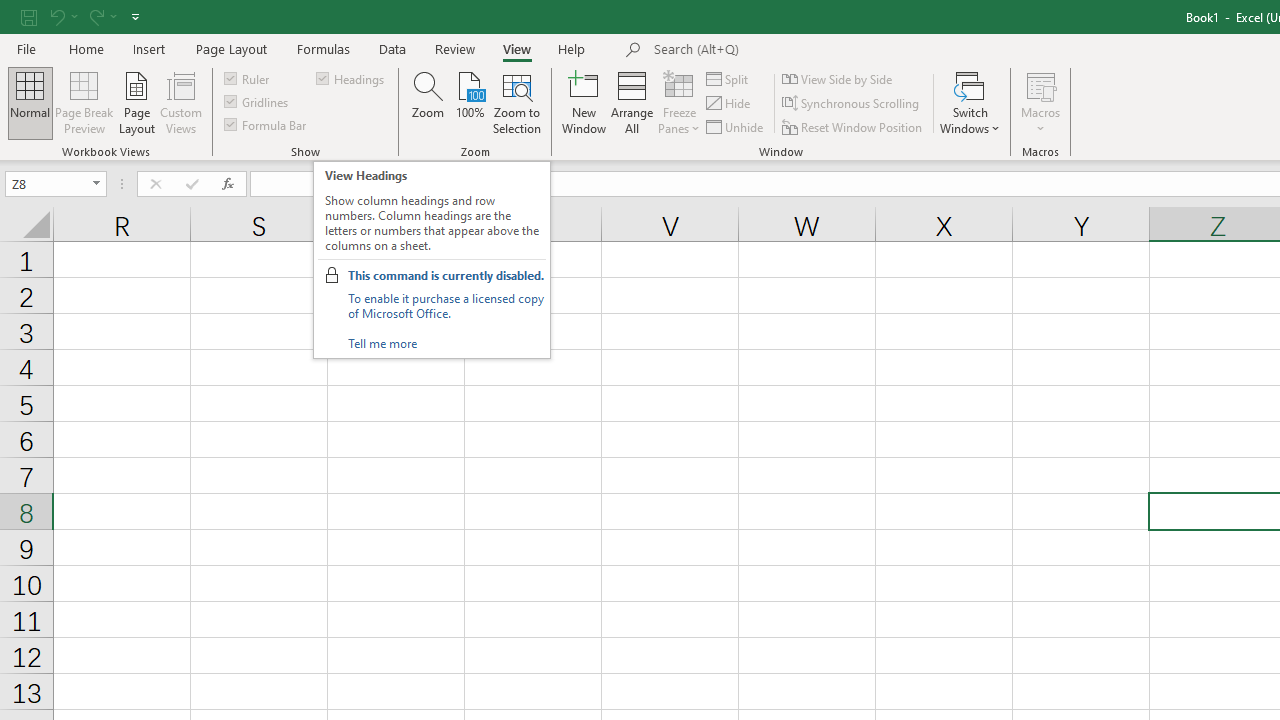 The image size is (1280, 720). Describe the element at coordinates (181, 103) in the screenshot. I see `'Custom Views...'` at that location.